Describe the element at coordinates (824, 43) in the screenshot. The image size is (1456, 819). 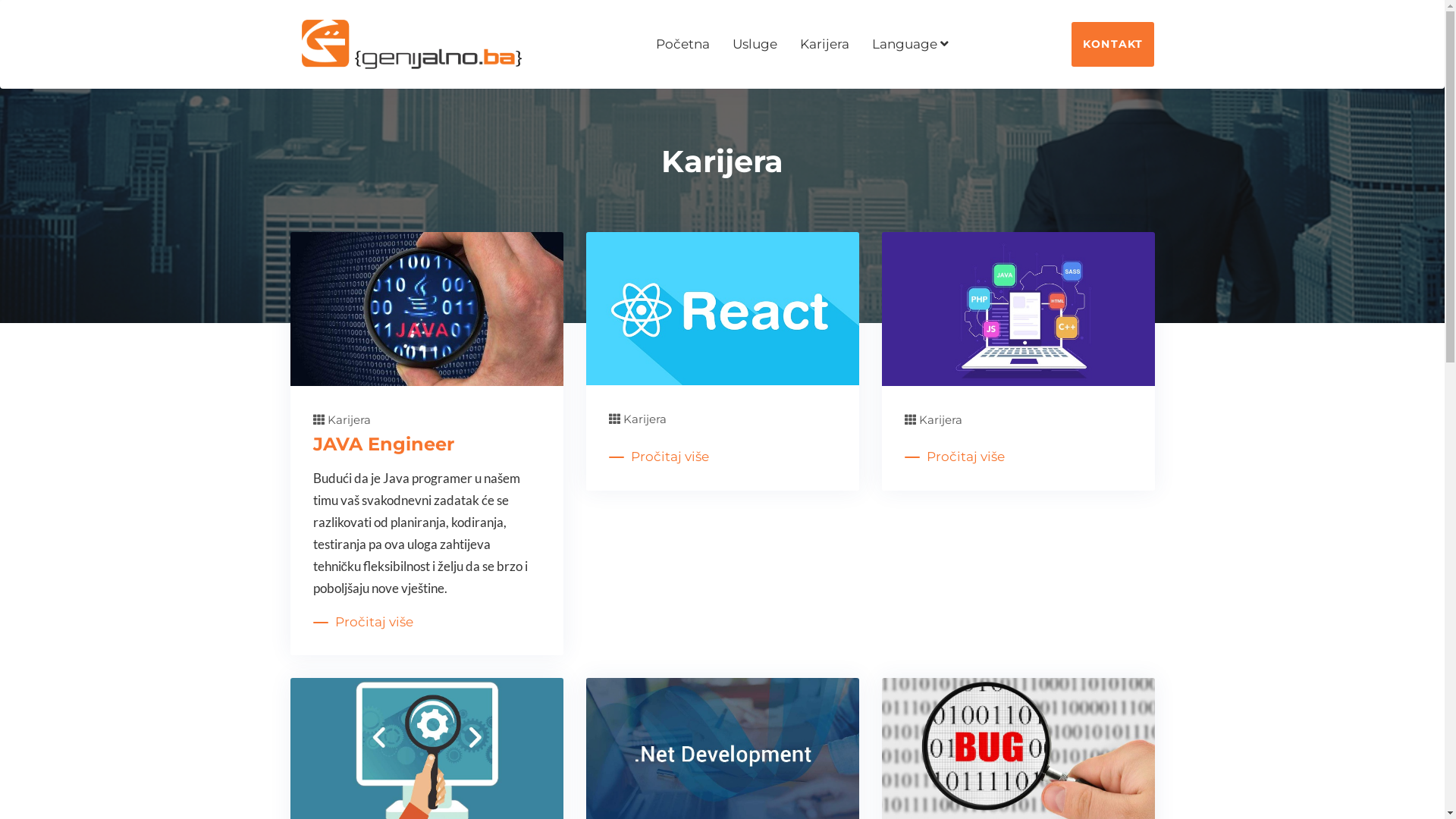
I see `'Karijera'` at that location.